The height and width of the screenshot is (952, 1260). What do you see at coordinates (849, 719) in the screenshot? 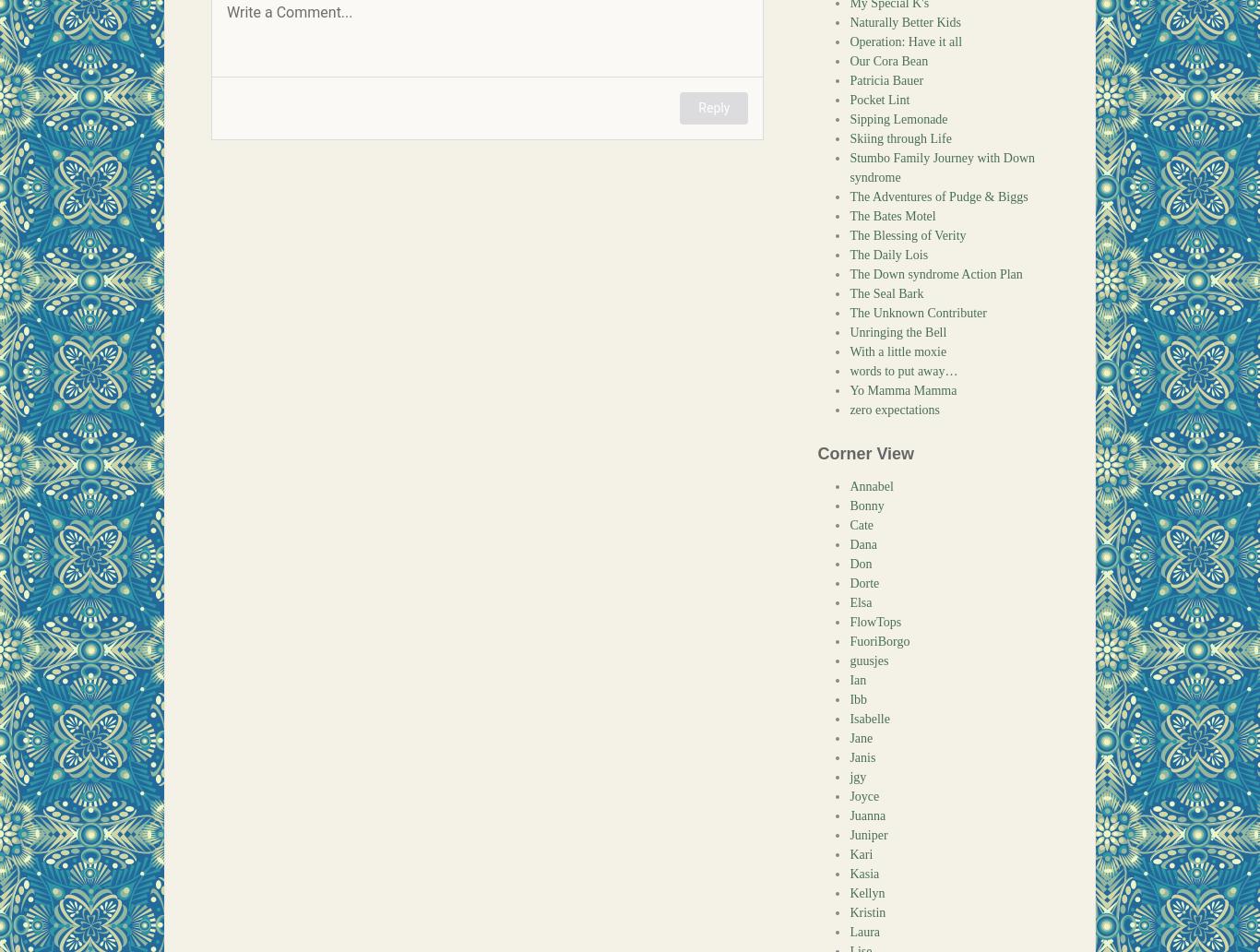
I see `'Isabelle'` at bounding box center [849, 719].